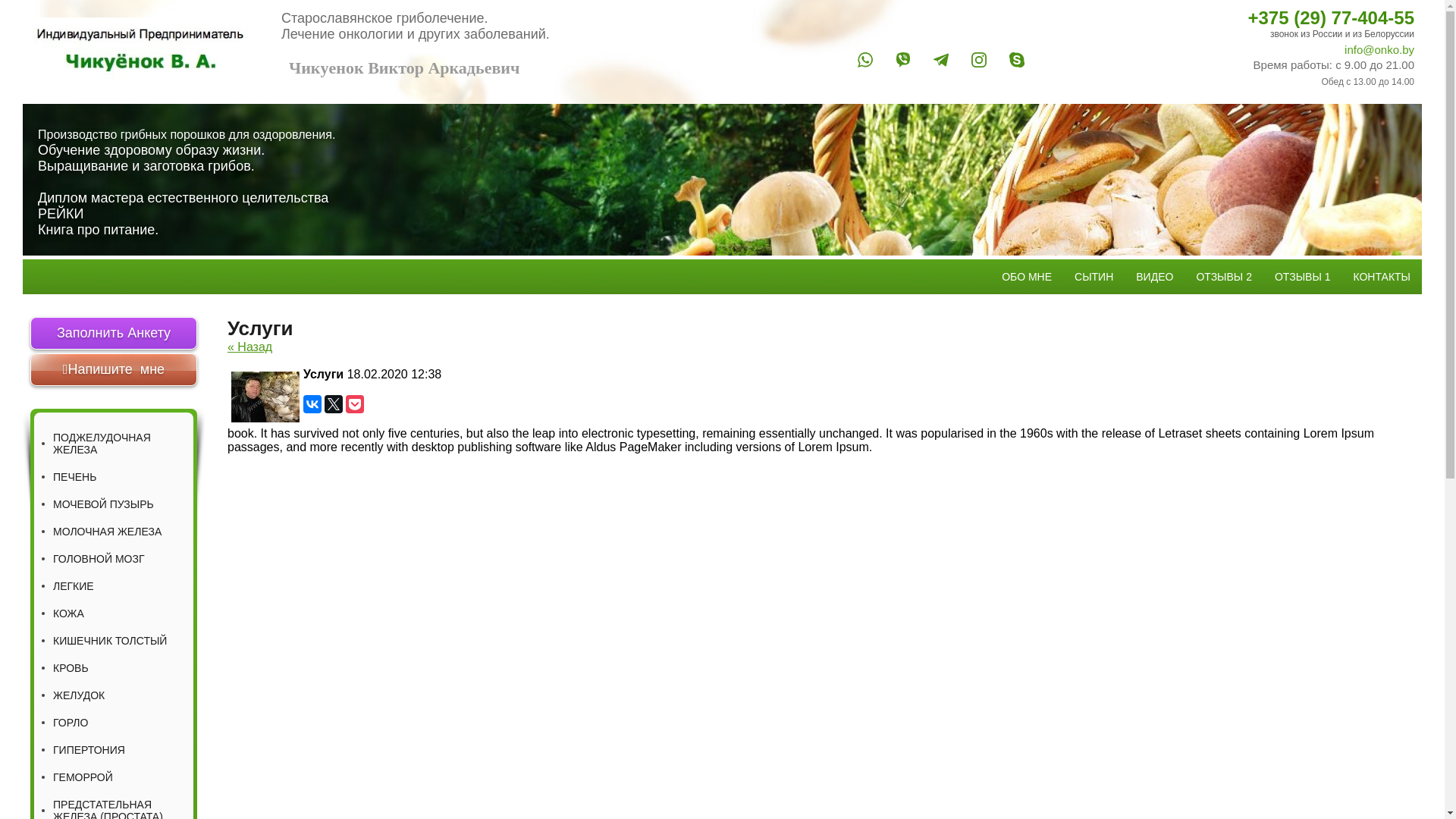 The height and width of the screenshot is (819, 1456). I want to click on 'Twitter', so click(333, 403).